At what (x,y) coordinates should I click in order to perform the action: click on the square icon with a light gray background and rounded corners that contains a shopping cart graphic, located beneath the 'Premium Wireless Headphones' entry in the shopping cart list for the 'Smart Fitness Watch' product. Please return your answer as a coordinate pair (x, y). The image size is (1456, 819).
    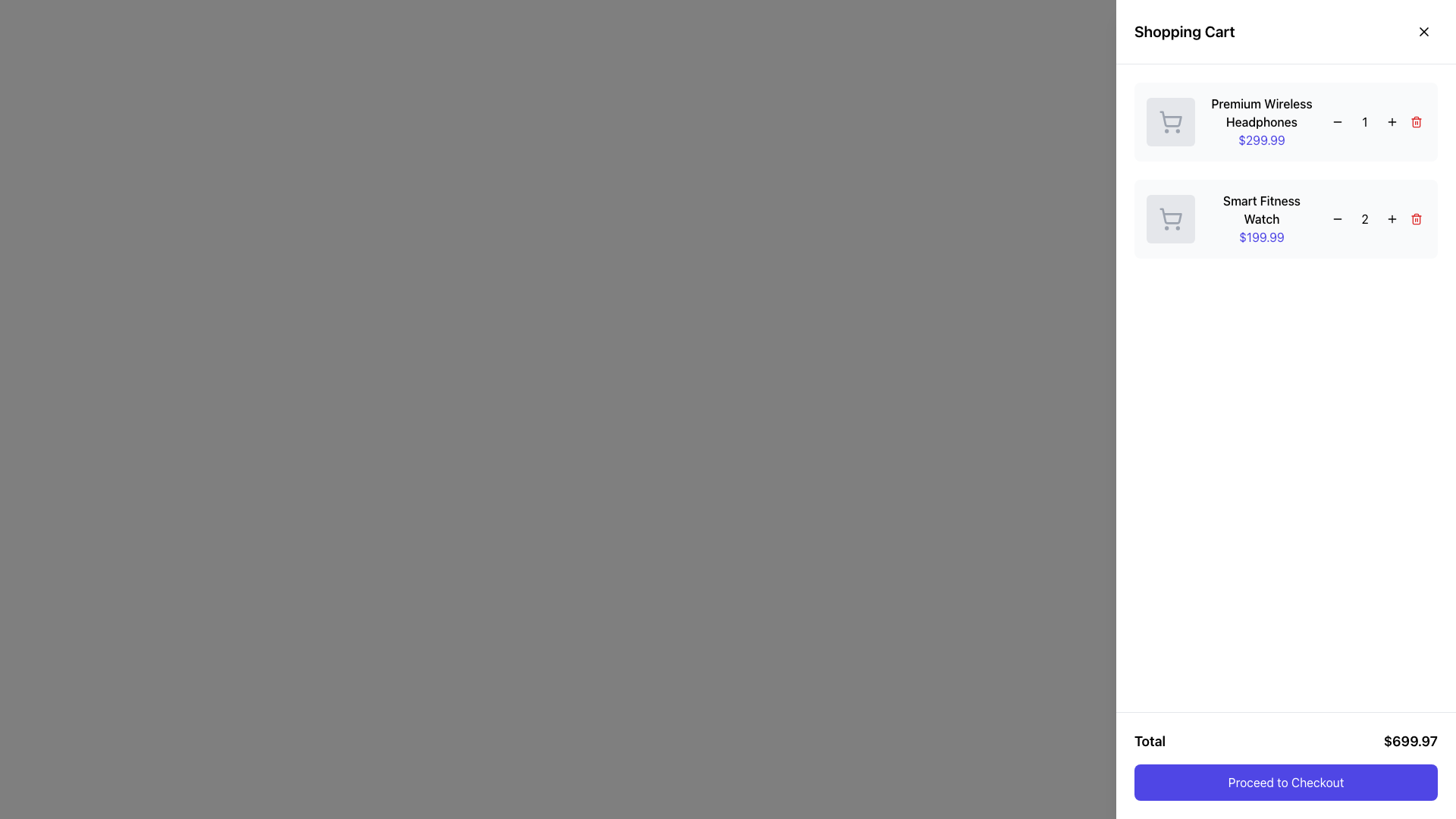
    Looking at the image, I should click on (1170, 219).